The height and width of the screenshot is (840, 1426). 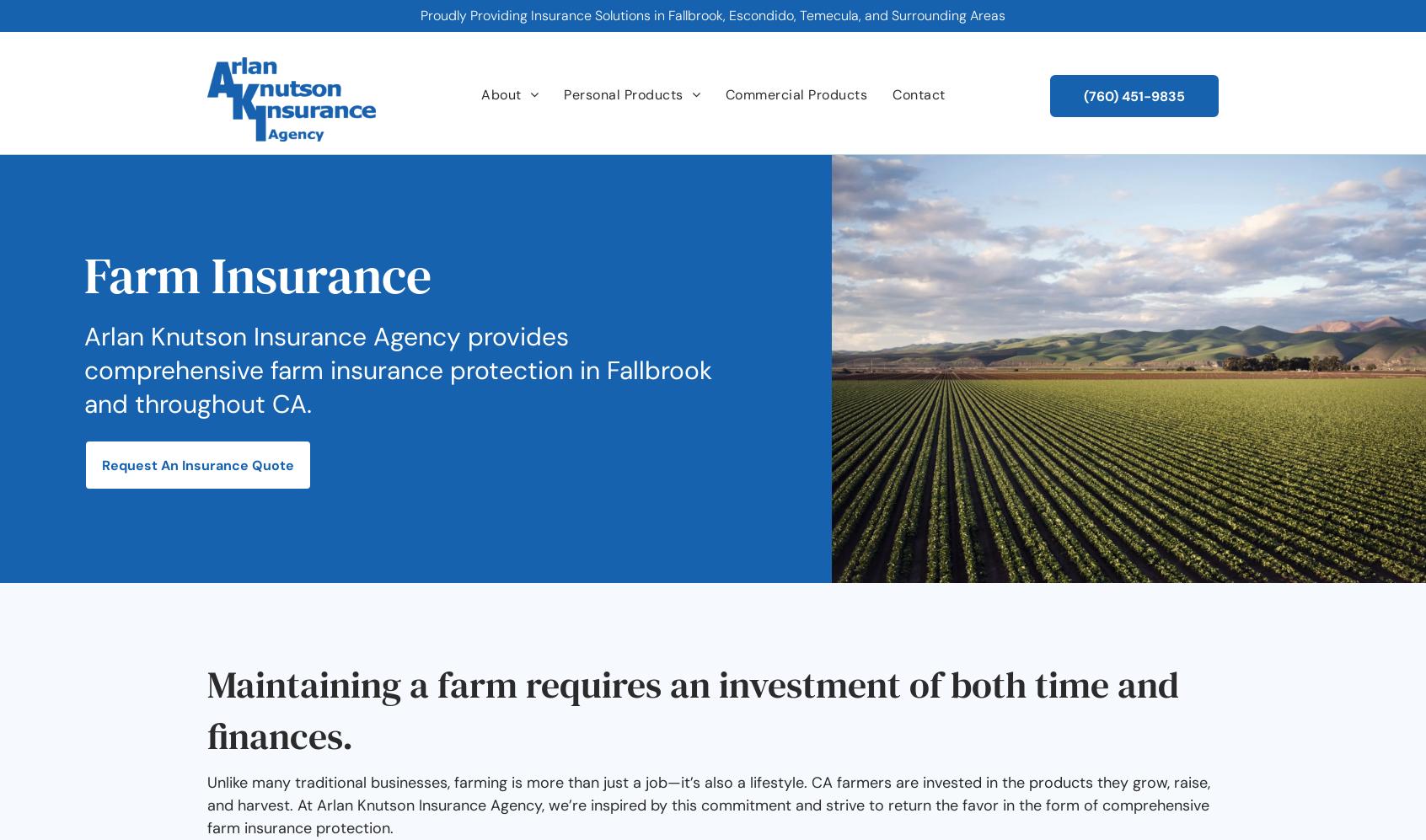 I want to click on 'Life Insurance', so click(x=576, y=288).